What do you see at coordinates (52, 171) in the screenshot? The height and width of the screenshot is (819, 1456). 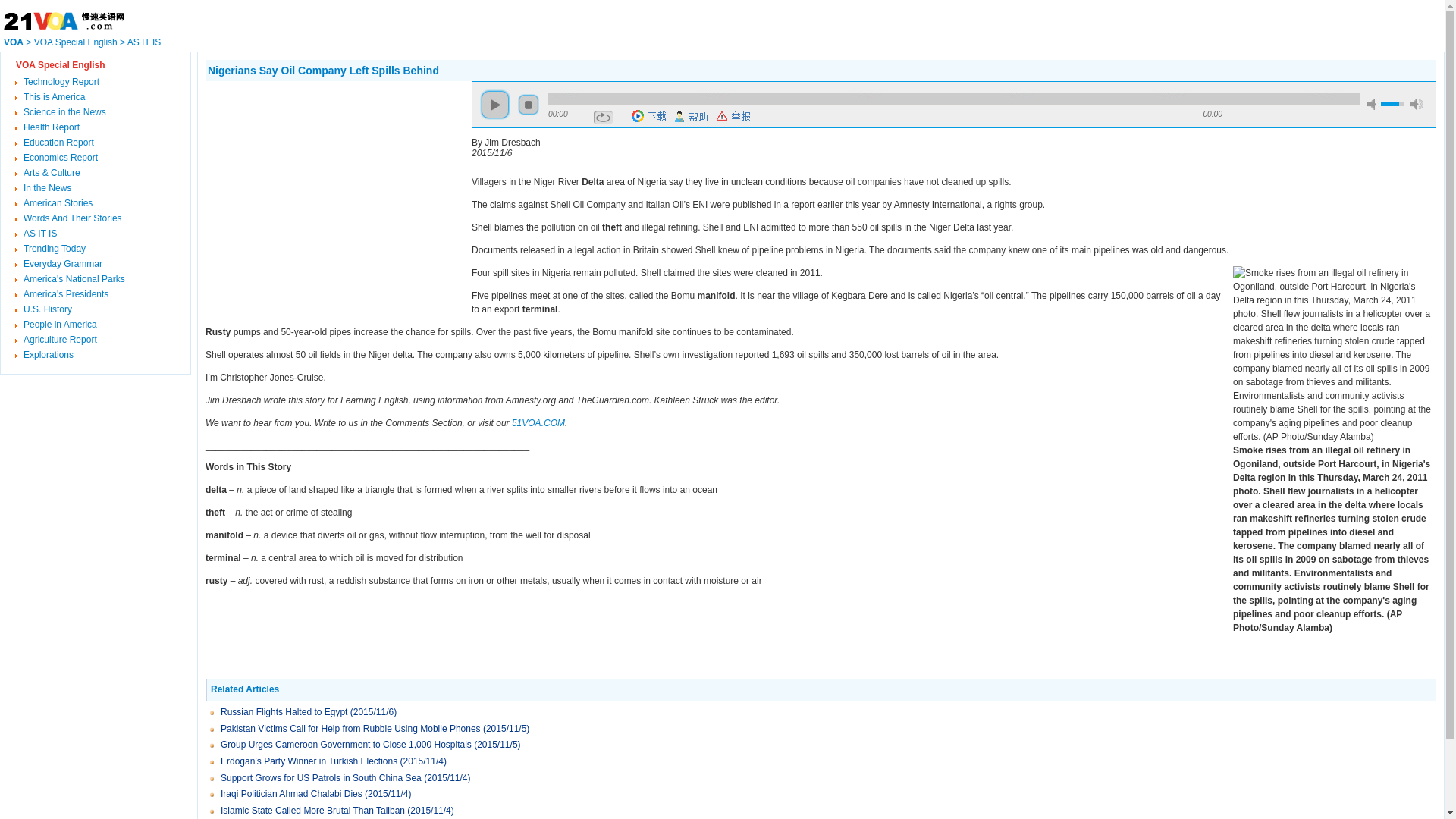 I see `'Arts & Culture'` at bounding box center [52, 171].